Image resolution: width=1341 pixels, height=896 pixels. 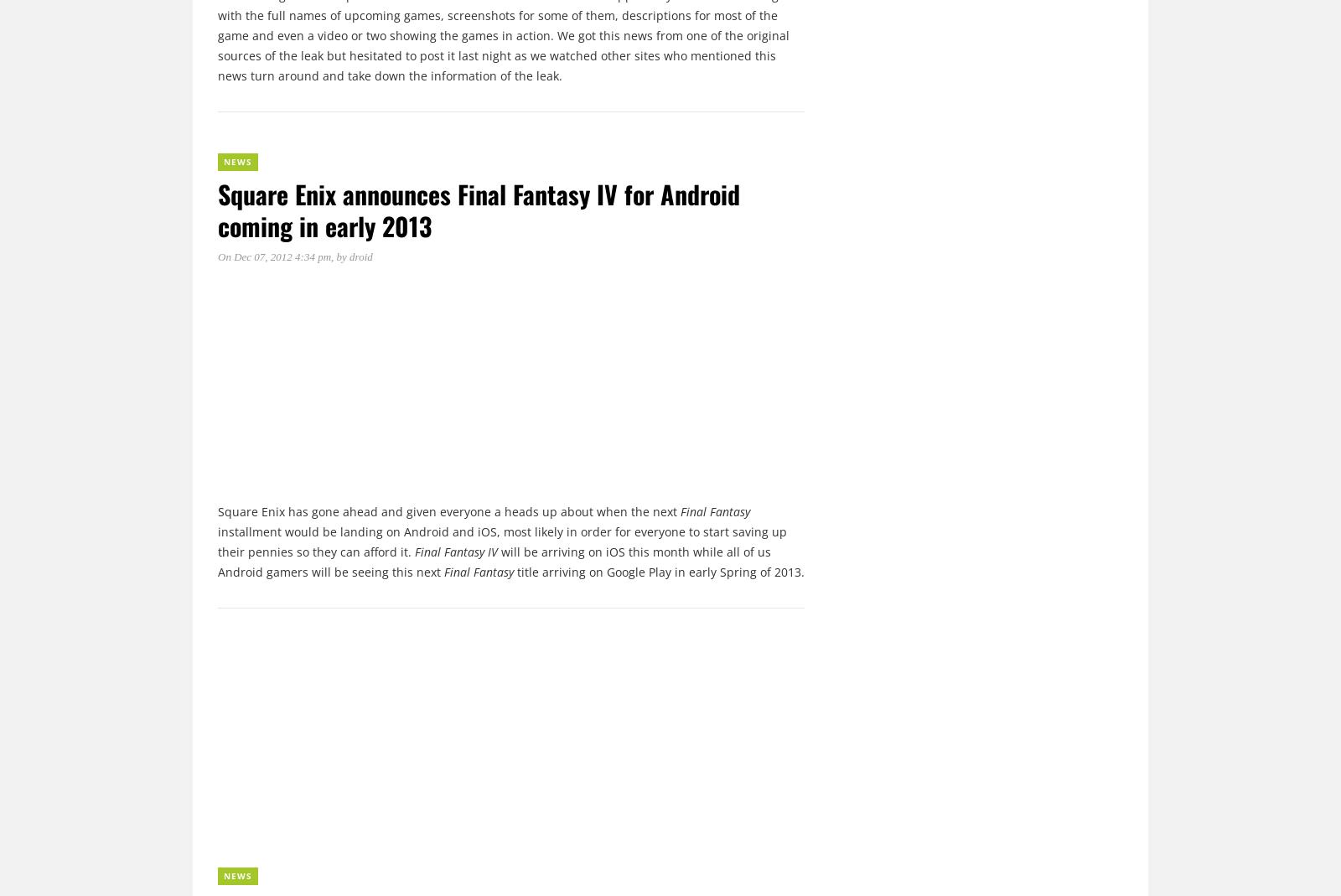 I want to click on 'droid', so click(x=348, y=256).